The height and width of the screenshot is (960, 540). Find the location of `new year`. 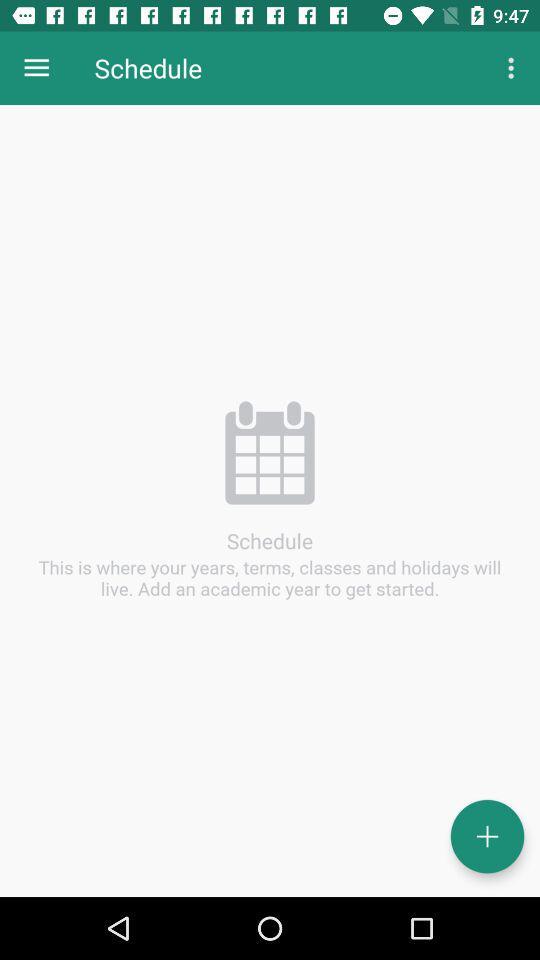

new year is located at coordinates (486, 836).